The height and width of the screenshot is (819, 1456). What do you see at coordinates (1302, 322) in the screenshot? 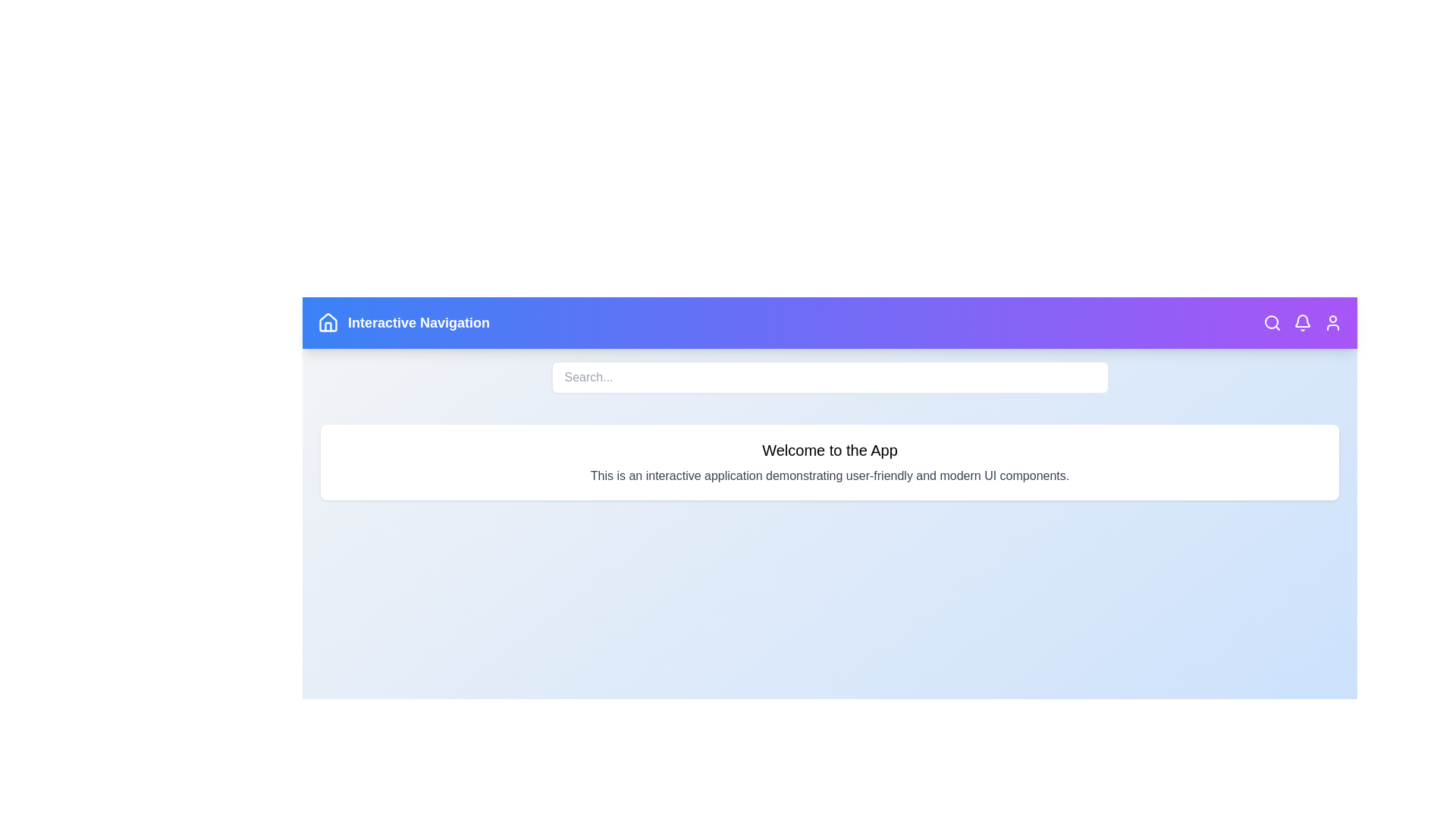
I see `the bell icon to view notifications` at bounding box center [1302, 322].